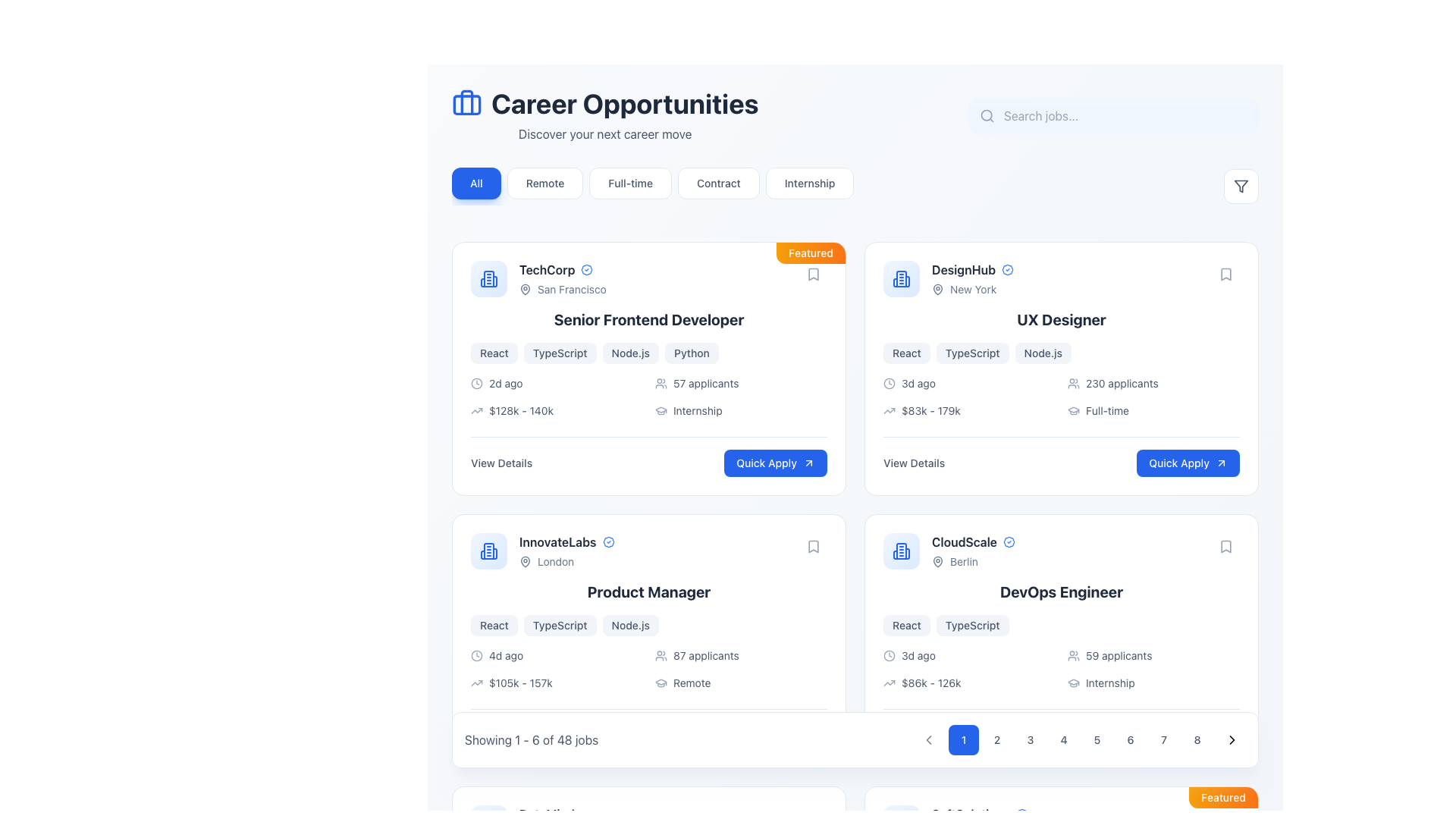 This screenshot has height=819, width=1456. What do you see at coordinates (813, 275) in the screenshot?
I see `the bookmark icon located in the top-right corner of the first job card above the 'Featured' label to interact with it` at bounding box center [813, 275].